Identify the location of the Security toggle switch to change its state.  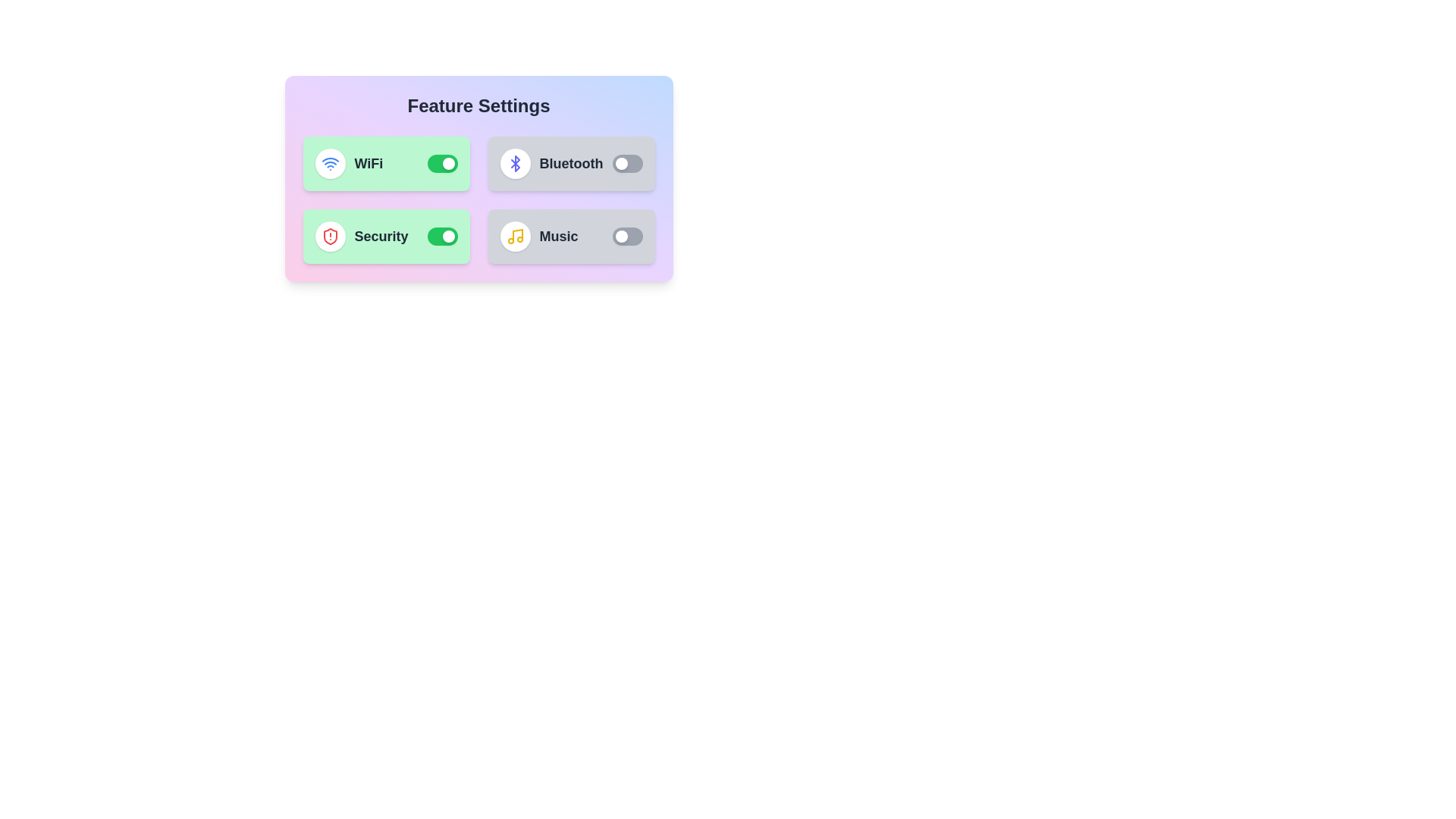
(441, 237).